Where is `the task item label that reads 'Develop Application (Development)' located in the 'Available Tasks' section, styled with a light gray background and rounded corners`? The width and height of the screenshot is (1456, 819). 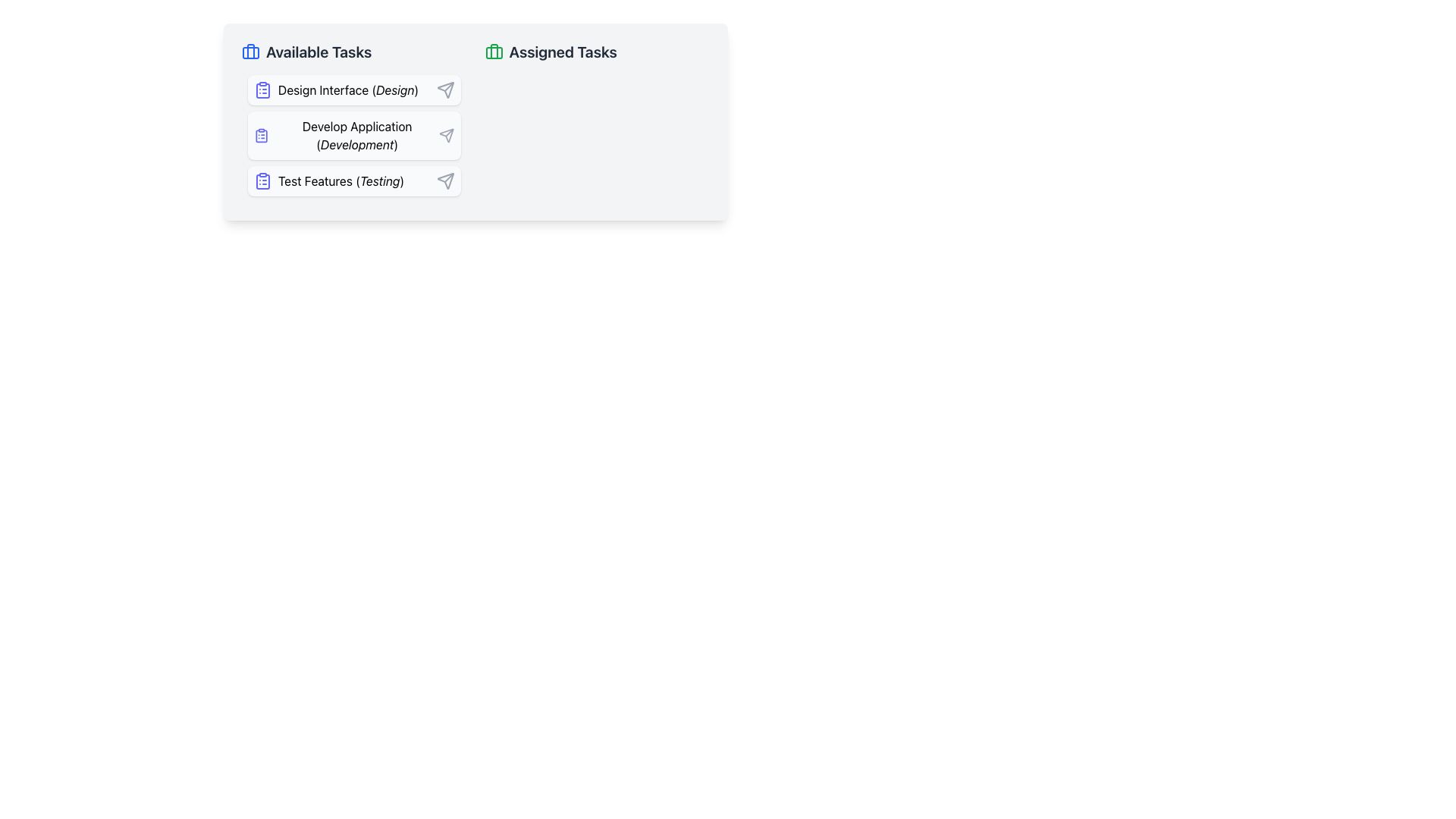
the task item label that reads 'Develop Application (Development)' located in the 'Available Tasks' section, styled with a light gray background and rounded corners is located at coordinates (353, 134).